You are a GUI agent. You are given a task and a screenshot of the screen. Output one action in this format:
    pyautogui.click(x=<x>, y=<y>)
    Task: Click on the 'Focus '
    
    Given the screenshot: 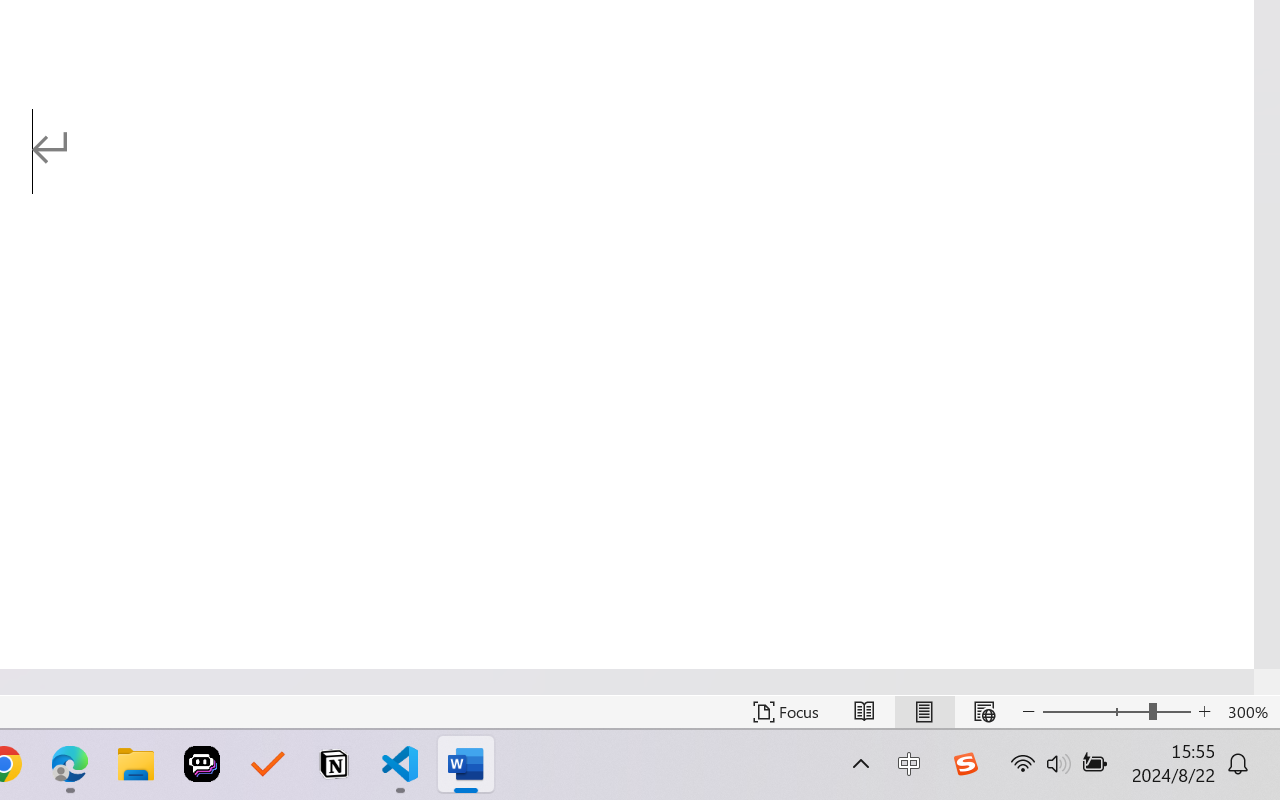 What is the action you would take?
    pyautogui.click(x=785, y=711)
    